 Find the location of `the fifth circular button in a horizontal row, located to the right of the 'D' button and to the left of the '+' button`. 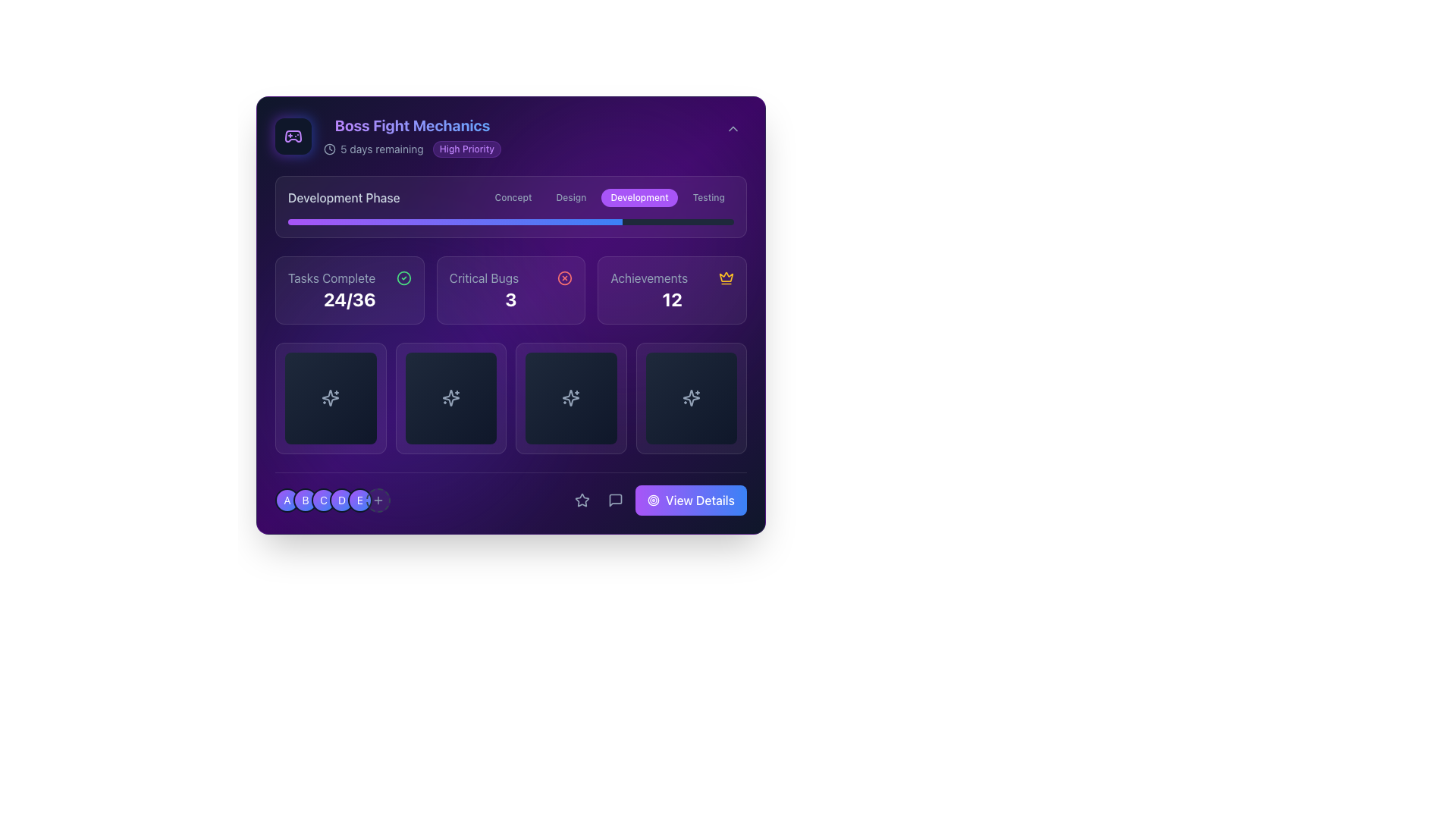

the fifth circular button in a horizontal row, located to the right of the 'D' button and to the left of the '+' button is located at coordinates (359, 500).